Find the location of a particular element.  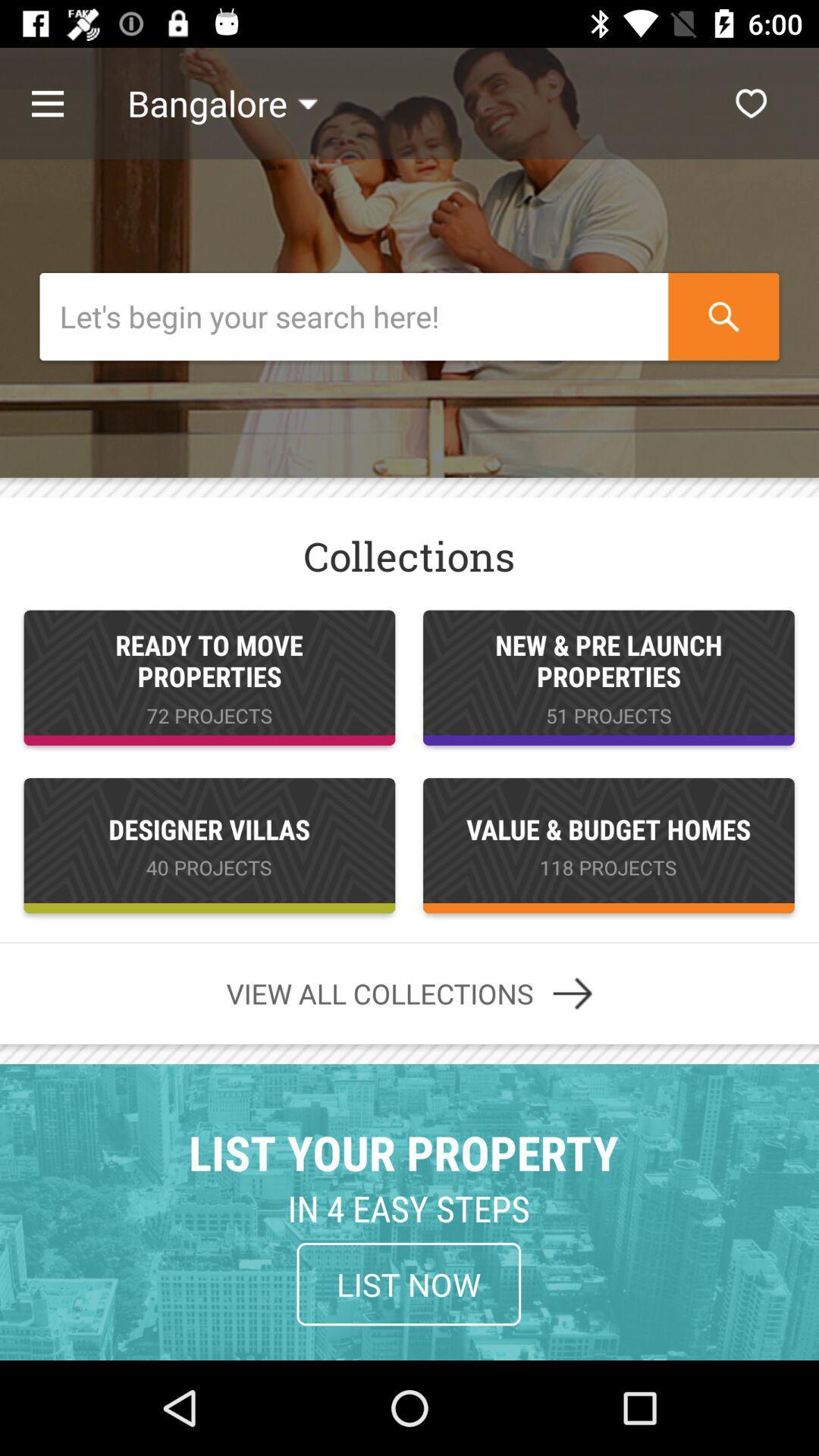

bangalore item is located at coordinates (222, 102).